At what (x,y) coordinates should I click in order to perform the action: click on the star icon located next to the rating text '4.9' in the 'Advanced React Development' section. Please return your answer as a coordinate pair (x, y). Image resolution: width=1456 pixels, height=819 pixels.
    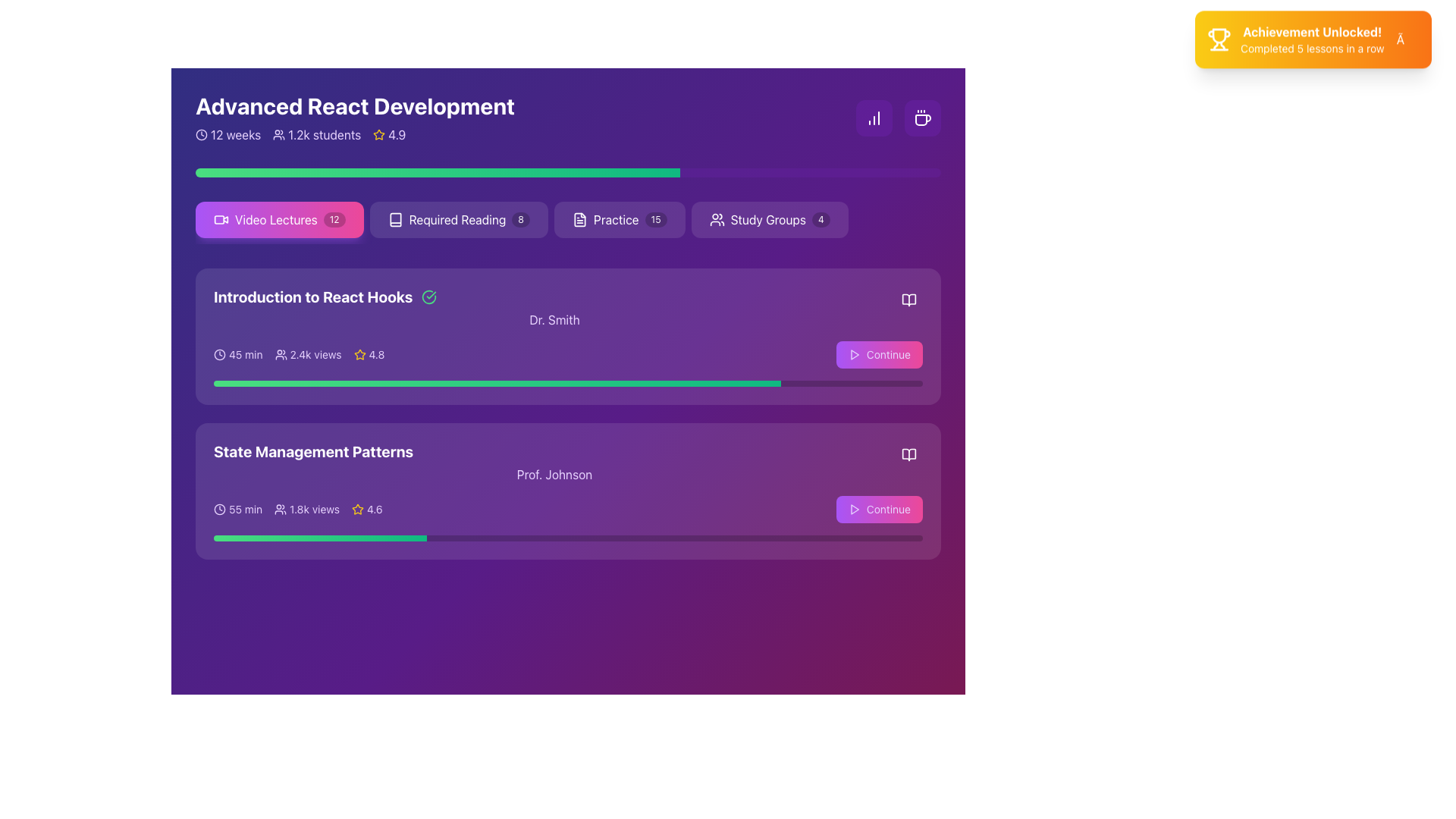
    Looking at the image, I should click on (359, 354).